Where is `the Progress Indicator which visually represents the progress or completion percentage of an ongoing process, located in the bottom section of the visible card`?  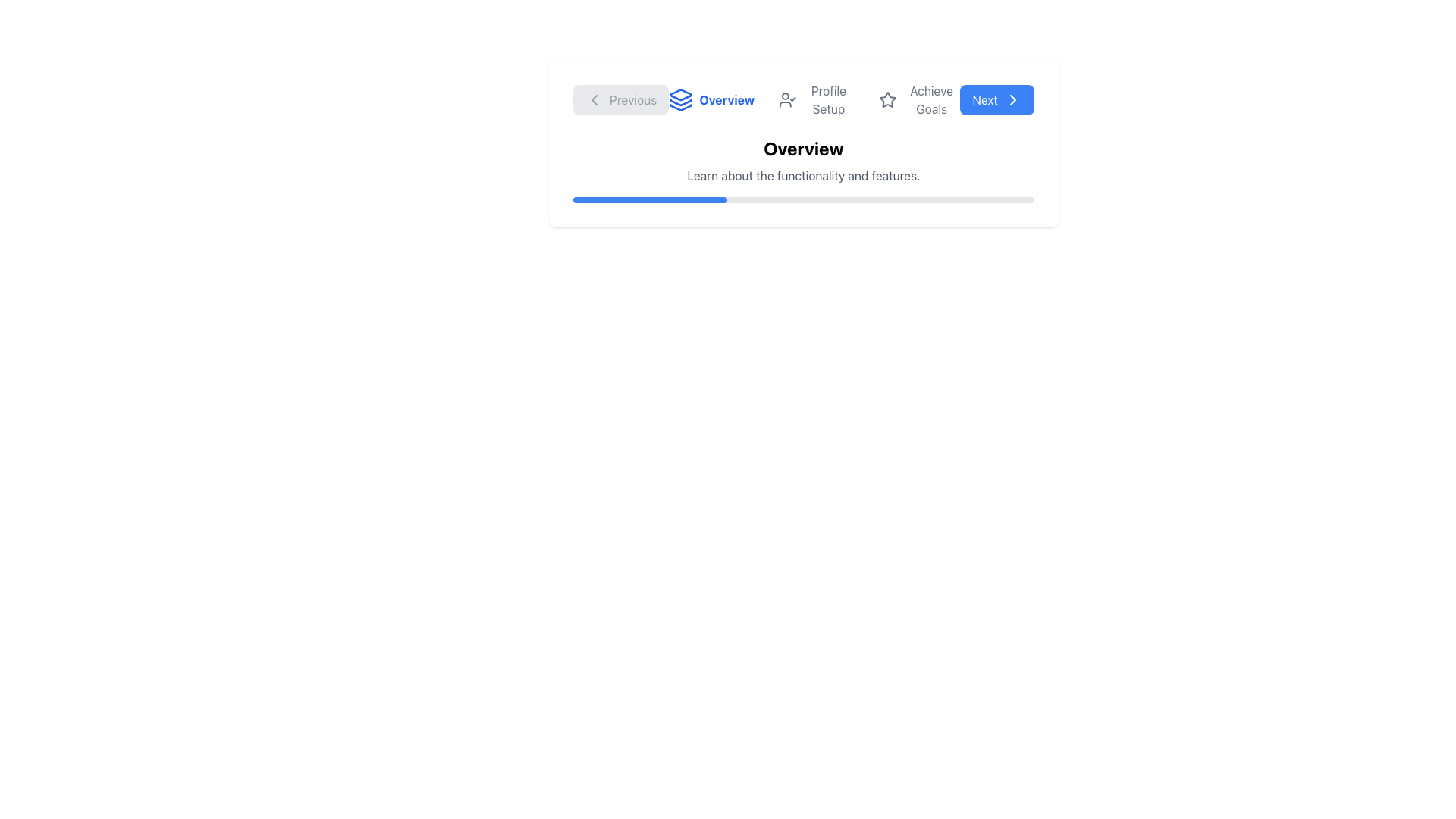
the Progress Indicator which visually represents the progress or completion percentage of an ongoing process, located in the bottom section of the visible card is located at coordinates (650, 199).